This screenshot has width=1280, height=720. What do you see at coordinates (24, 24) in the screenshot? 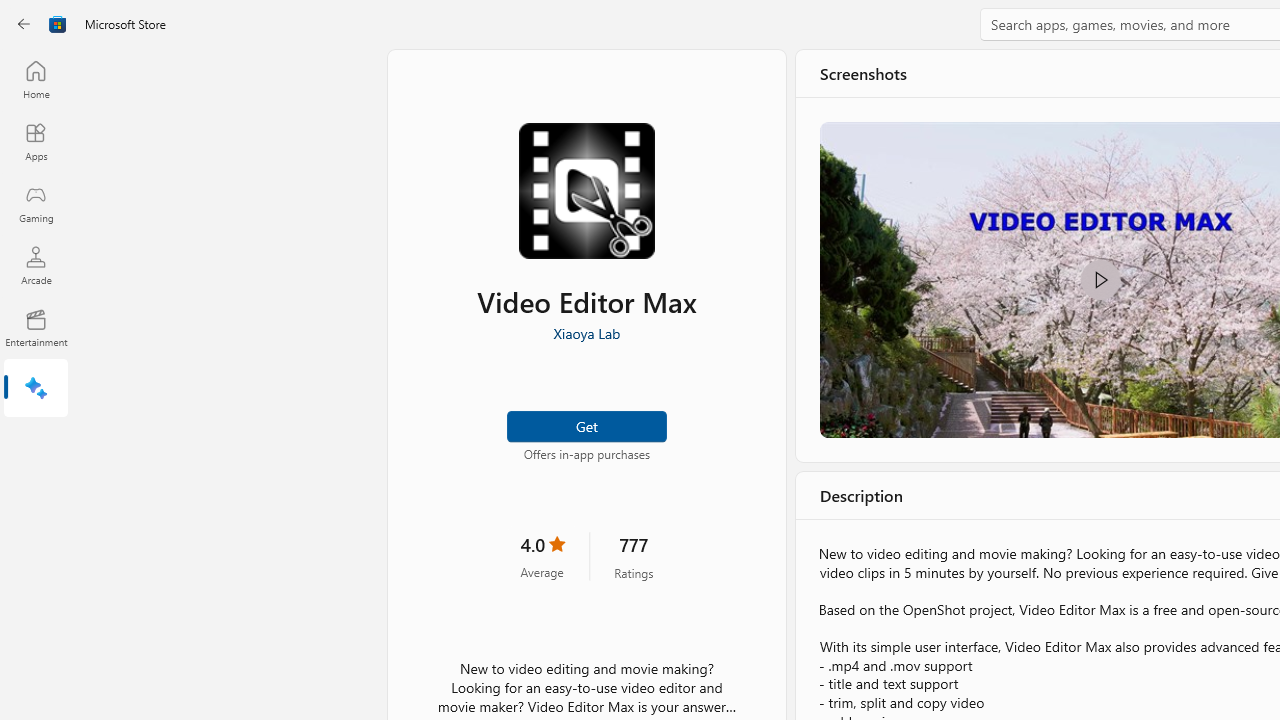
I see `'Back'` at bounding box center [24, 24].